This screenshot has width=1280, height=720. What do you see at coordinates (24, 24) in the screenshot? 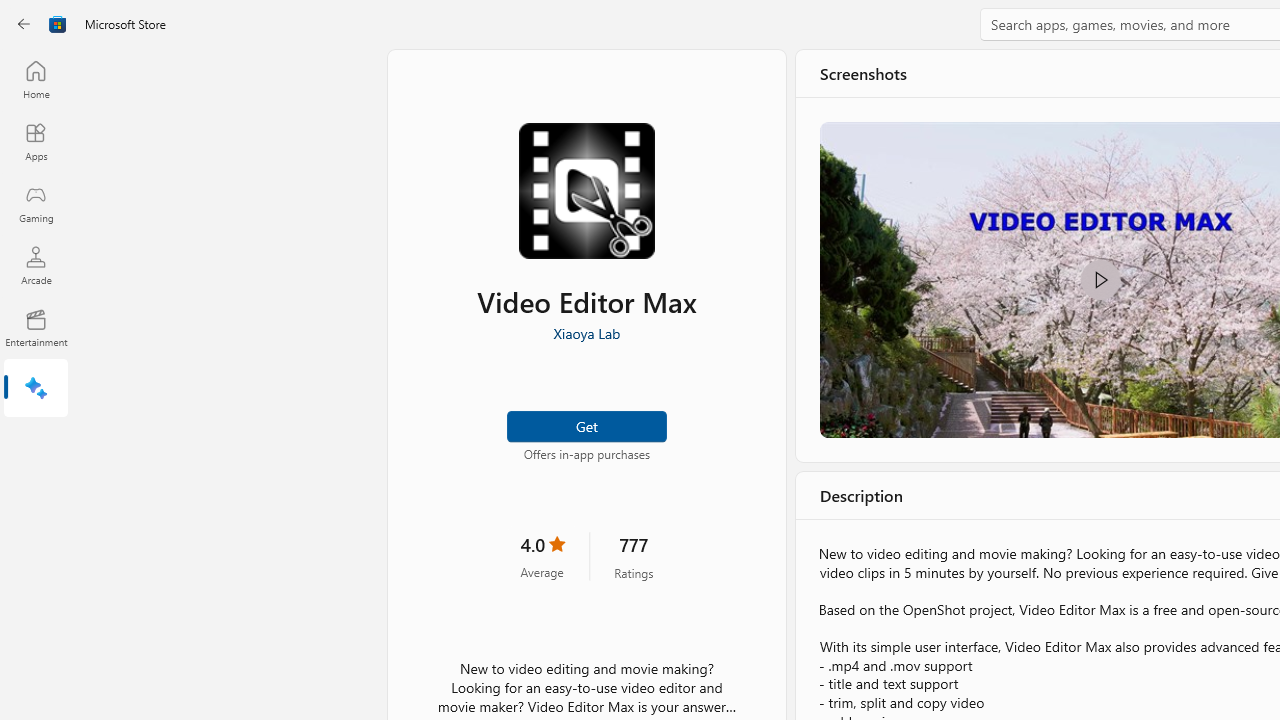
I see `'Back'` at bounding box center [24, 24].